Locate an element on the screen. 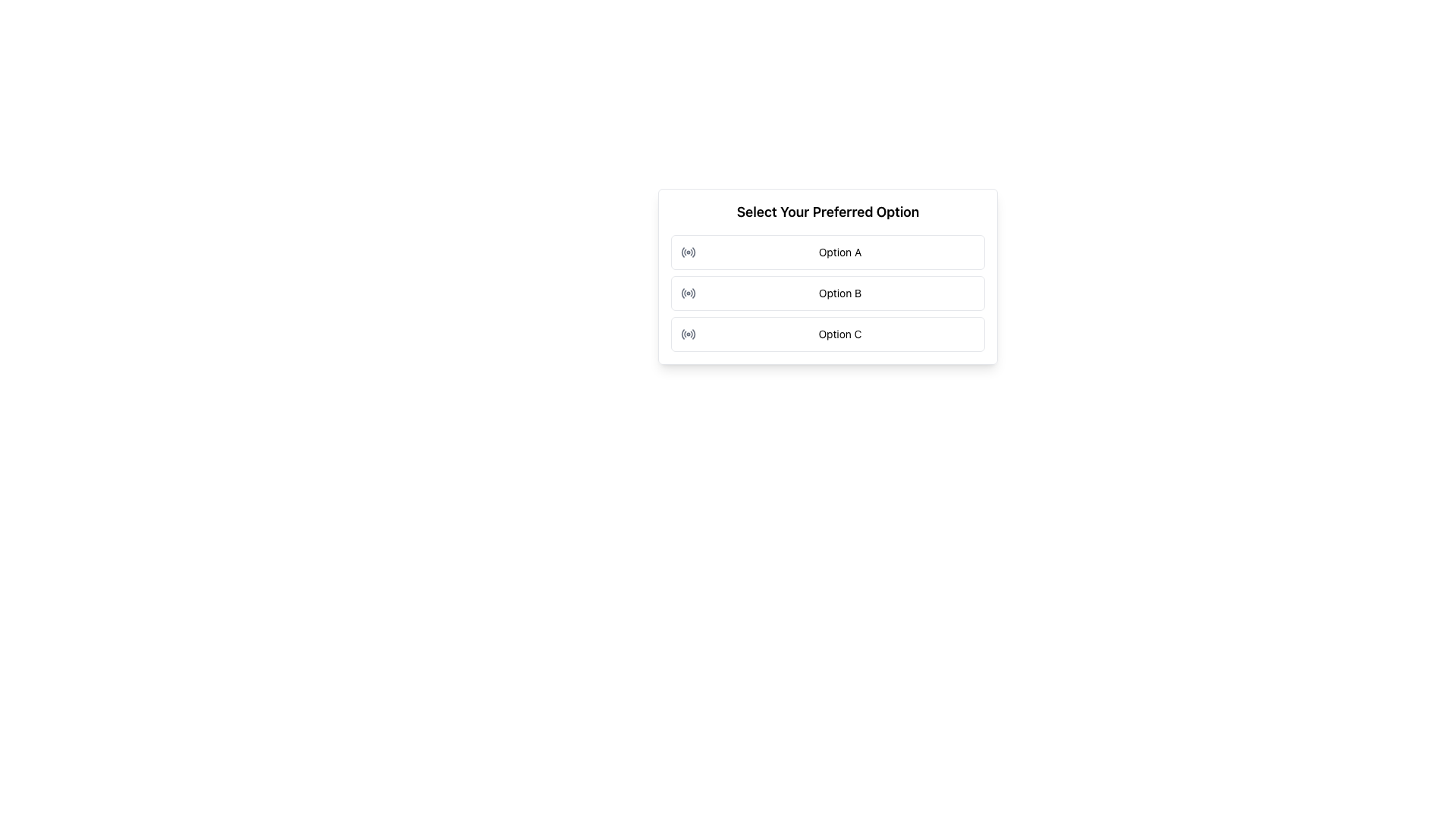 The width and height of the screenshot is (1456, 819). the radio button adjacent to 'Option B' is located at coordinates (687, 293).